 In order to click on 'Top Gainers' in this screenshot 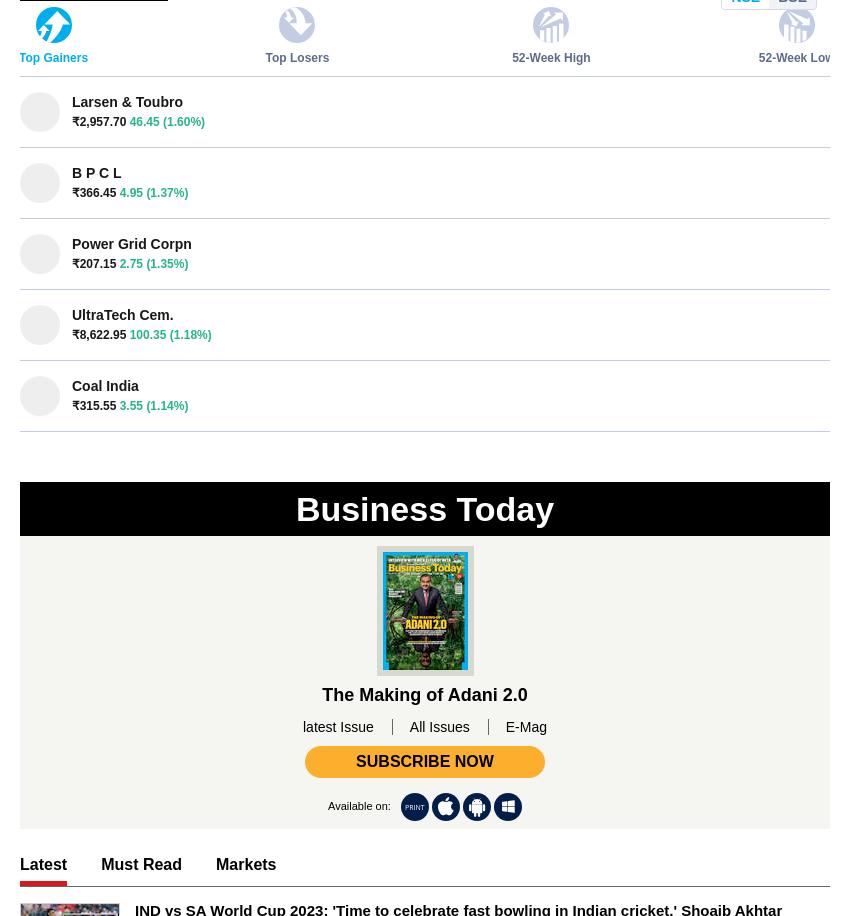, I will do `click(18, 56)`.